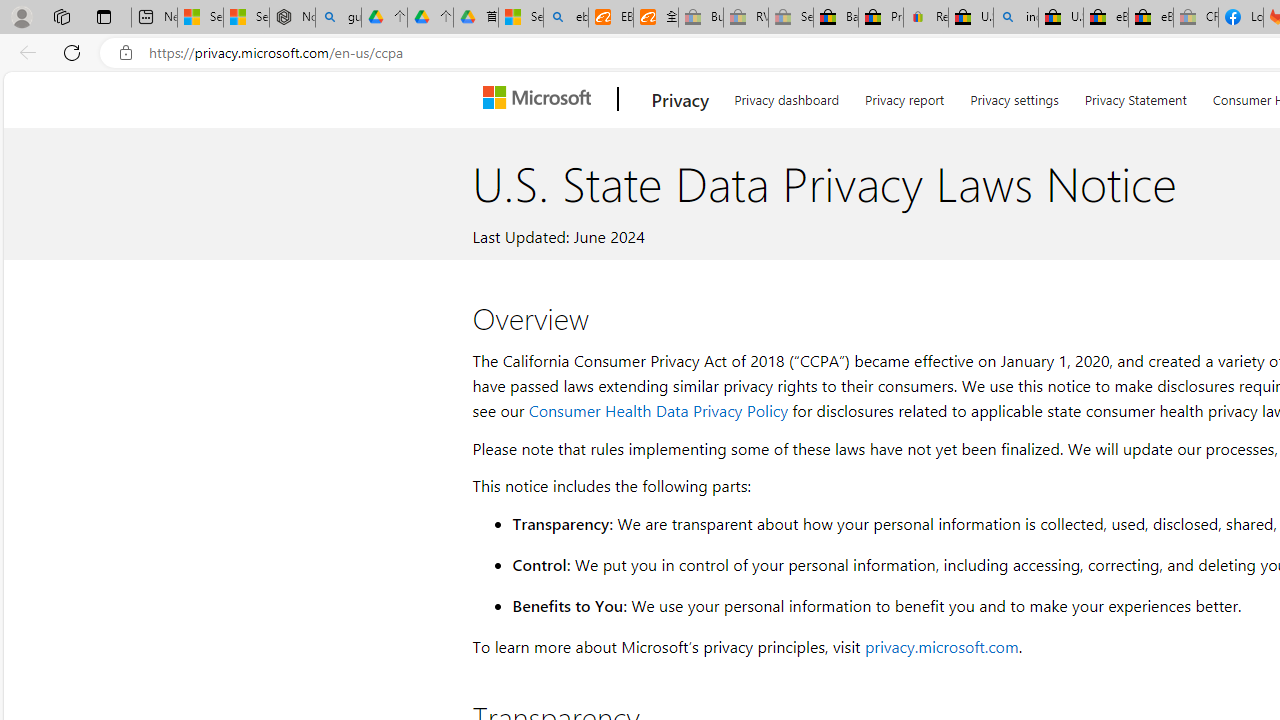  I want to click on 'Privacy settings', so click(1014, 96).